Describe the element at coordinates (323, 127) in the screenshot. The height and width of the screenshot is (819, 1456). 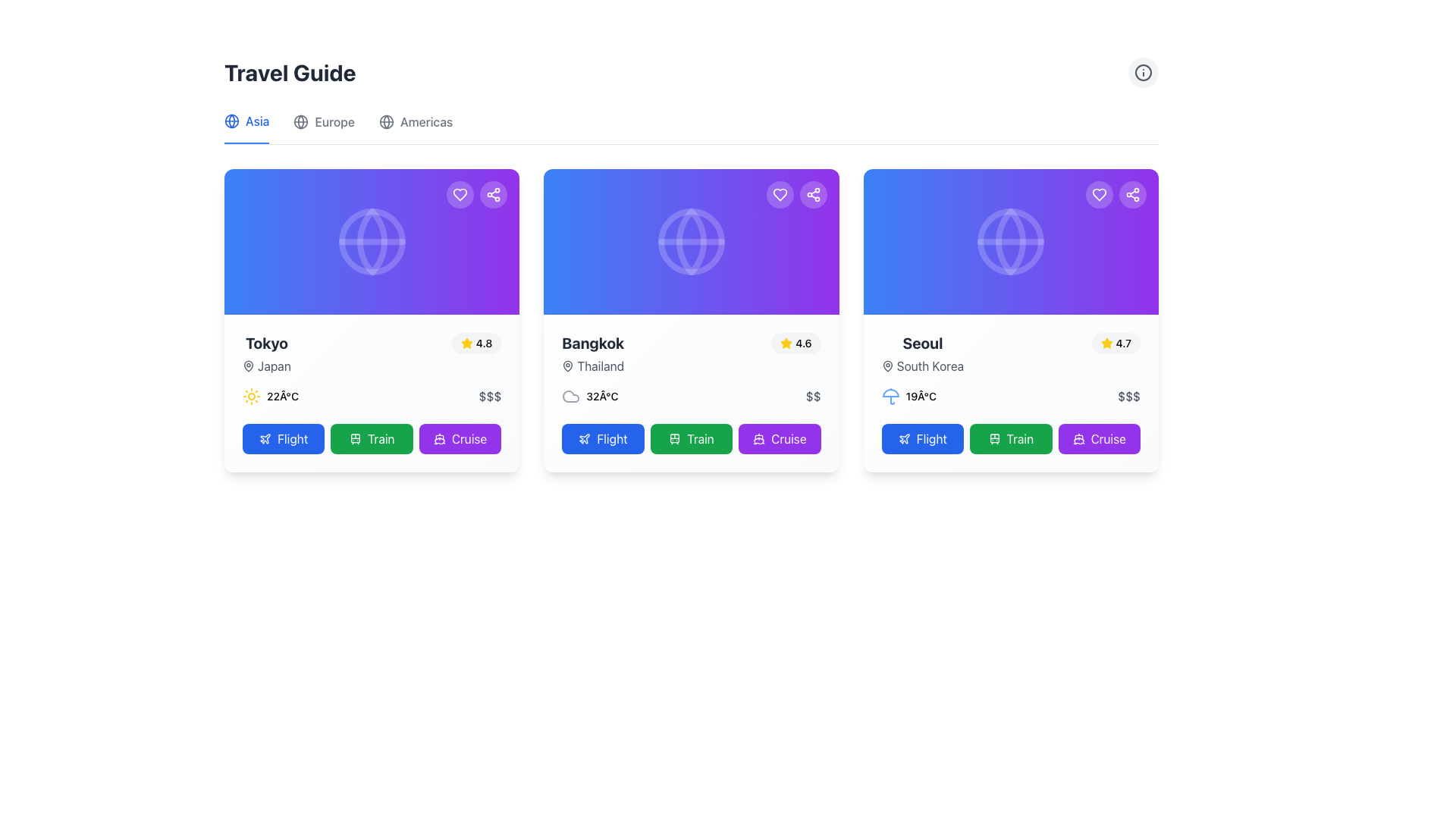
I see `the 'Europe' navigation link, which is the second item in the horizontal navigation bar` at that location.